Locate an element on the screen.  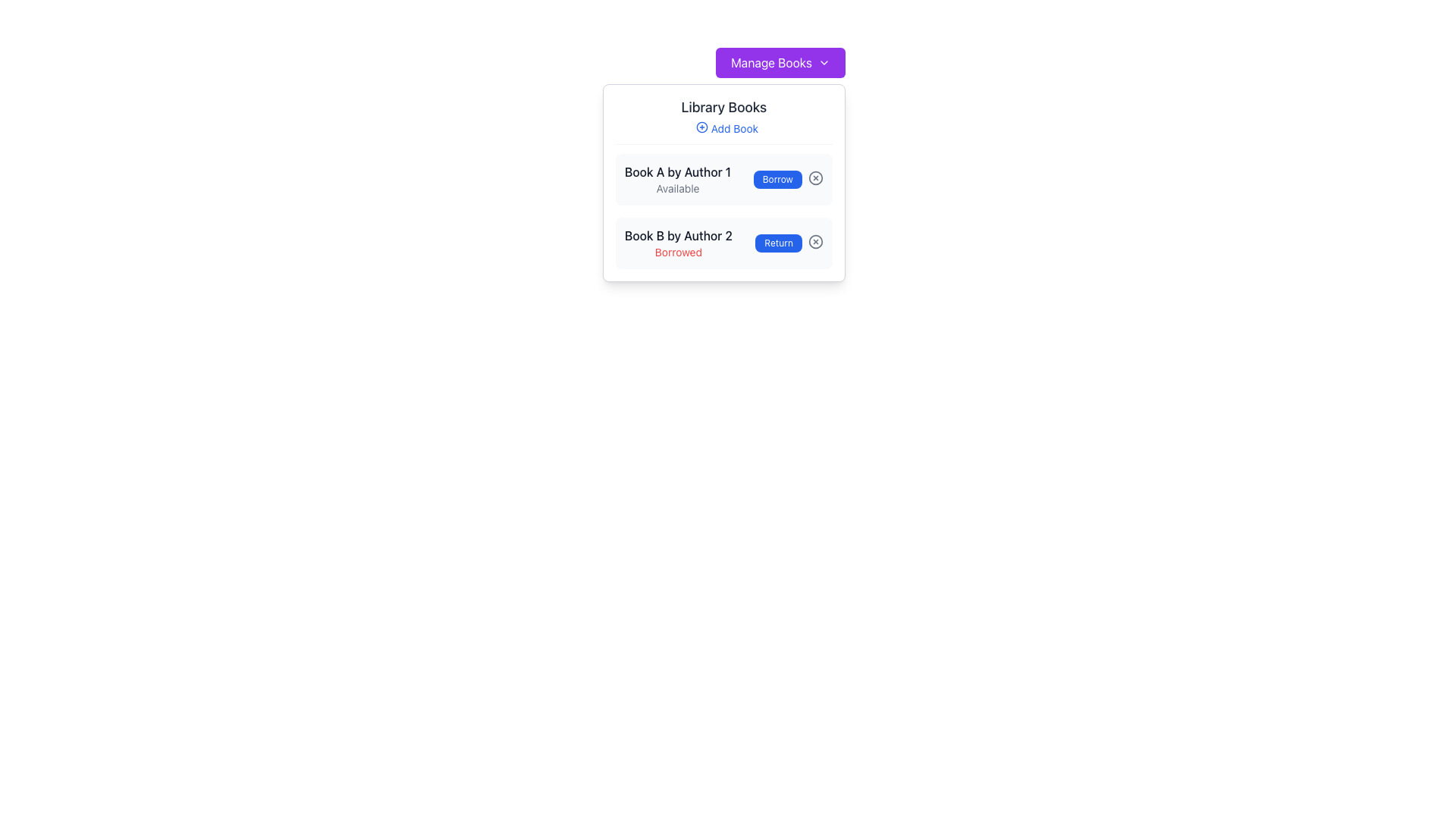
the circular Close or Cancel icon located to the right of the 'Return' button in the 'Book B by Author 2' section is located at coordinates (814, 241).